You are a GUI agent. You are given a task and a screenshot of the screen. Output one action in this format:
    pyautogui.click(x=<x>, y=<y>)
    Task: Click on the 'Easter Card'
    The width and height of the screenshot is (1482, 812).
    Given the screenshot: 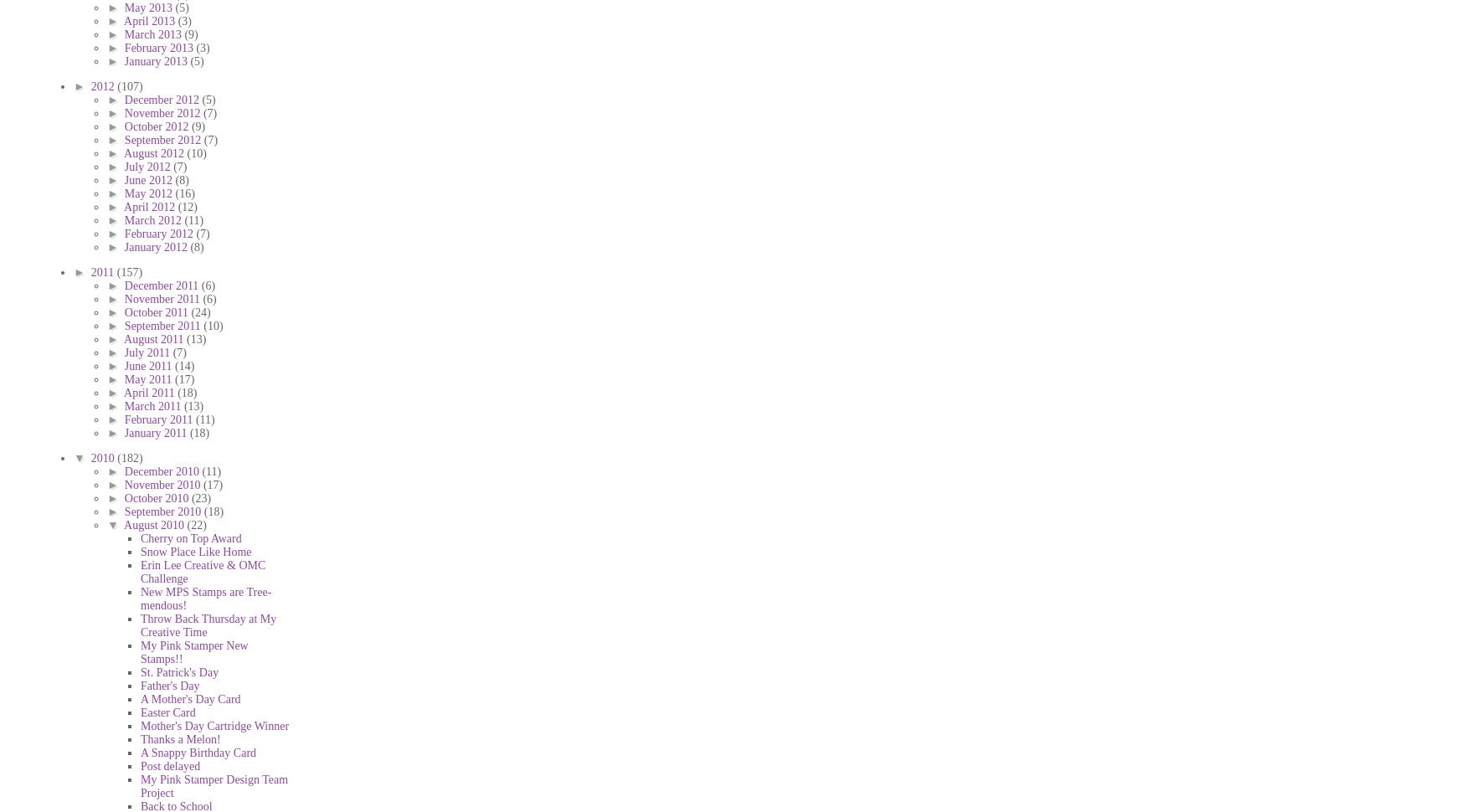 What is the action you would take?
    pyautogui.click(x=167, y=711)
    